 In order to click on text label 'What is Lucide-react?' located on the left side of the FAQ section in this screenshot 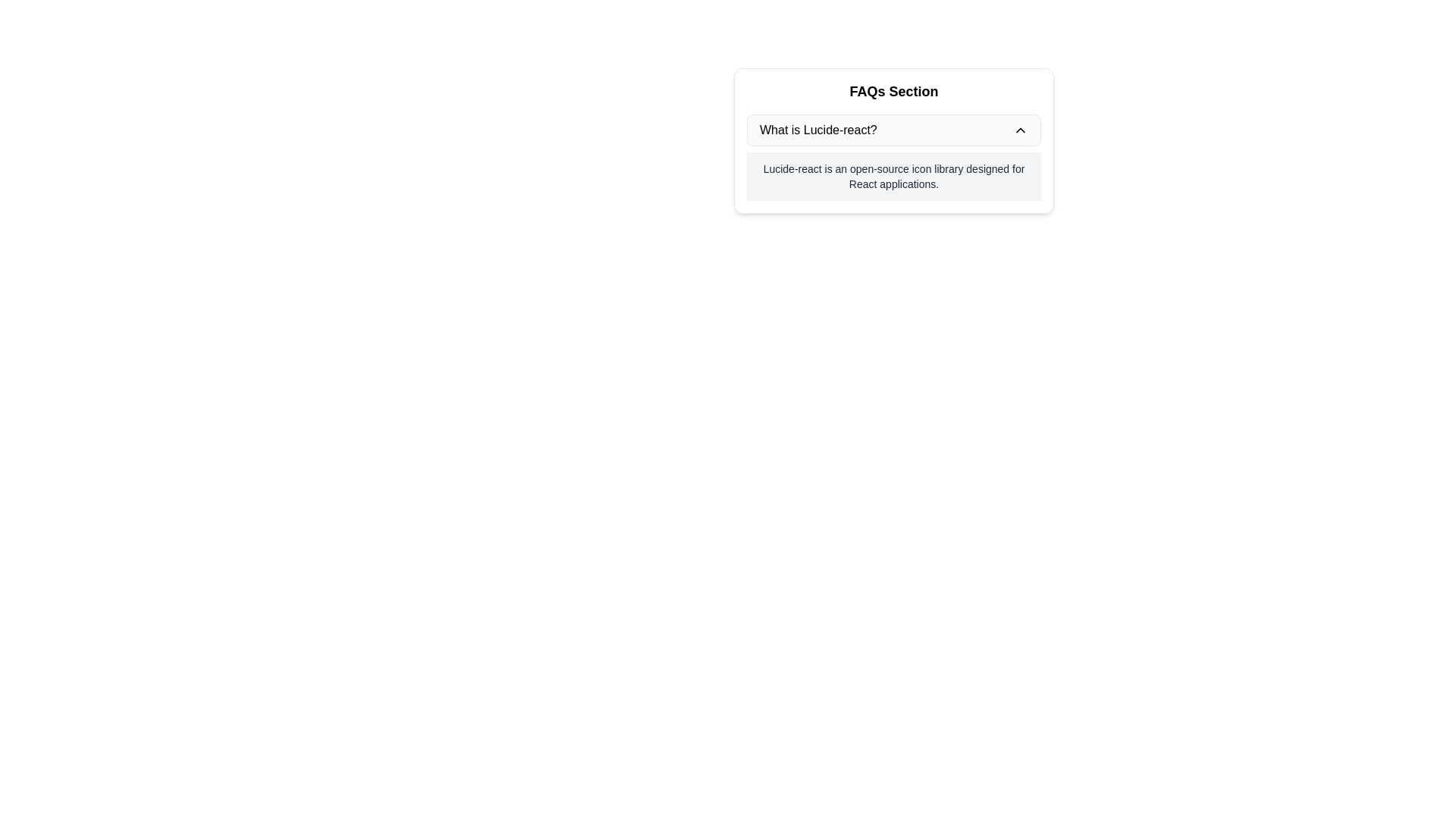, I will do `click(817, 130)`.